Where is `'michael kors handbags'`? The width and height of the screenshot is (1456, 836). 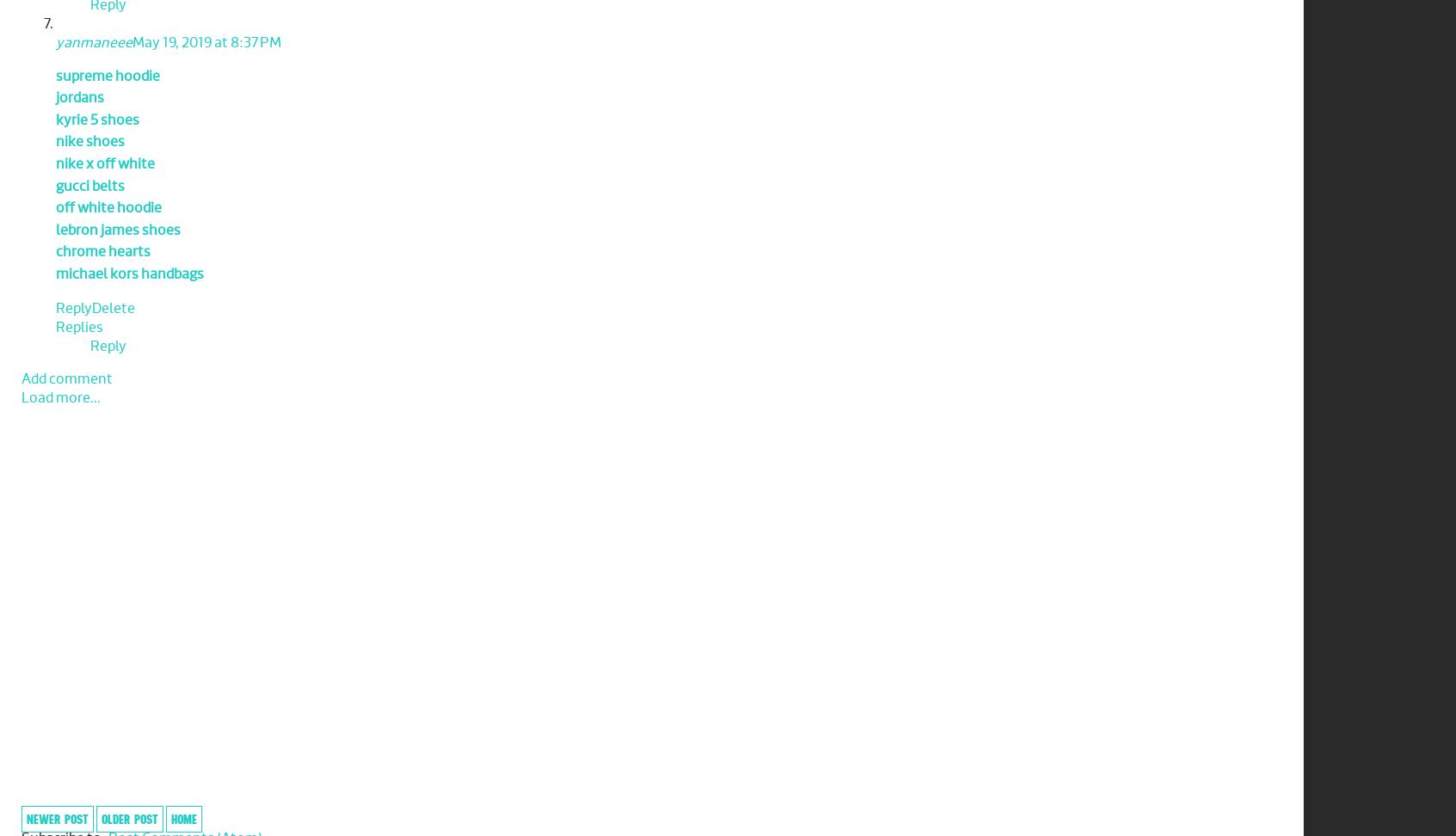 'michael kors handbags' is located at coordinates (128, 274).